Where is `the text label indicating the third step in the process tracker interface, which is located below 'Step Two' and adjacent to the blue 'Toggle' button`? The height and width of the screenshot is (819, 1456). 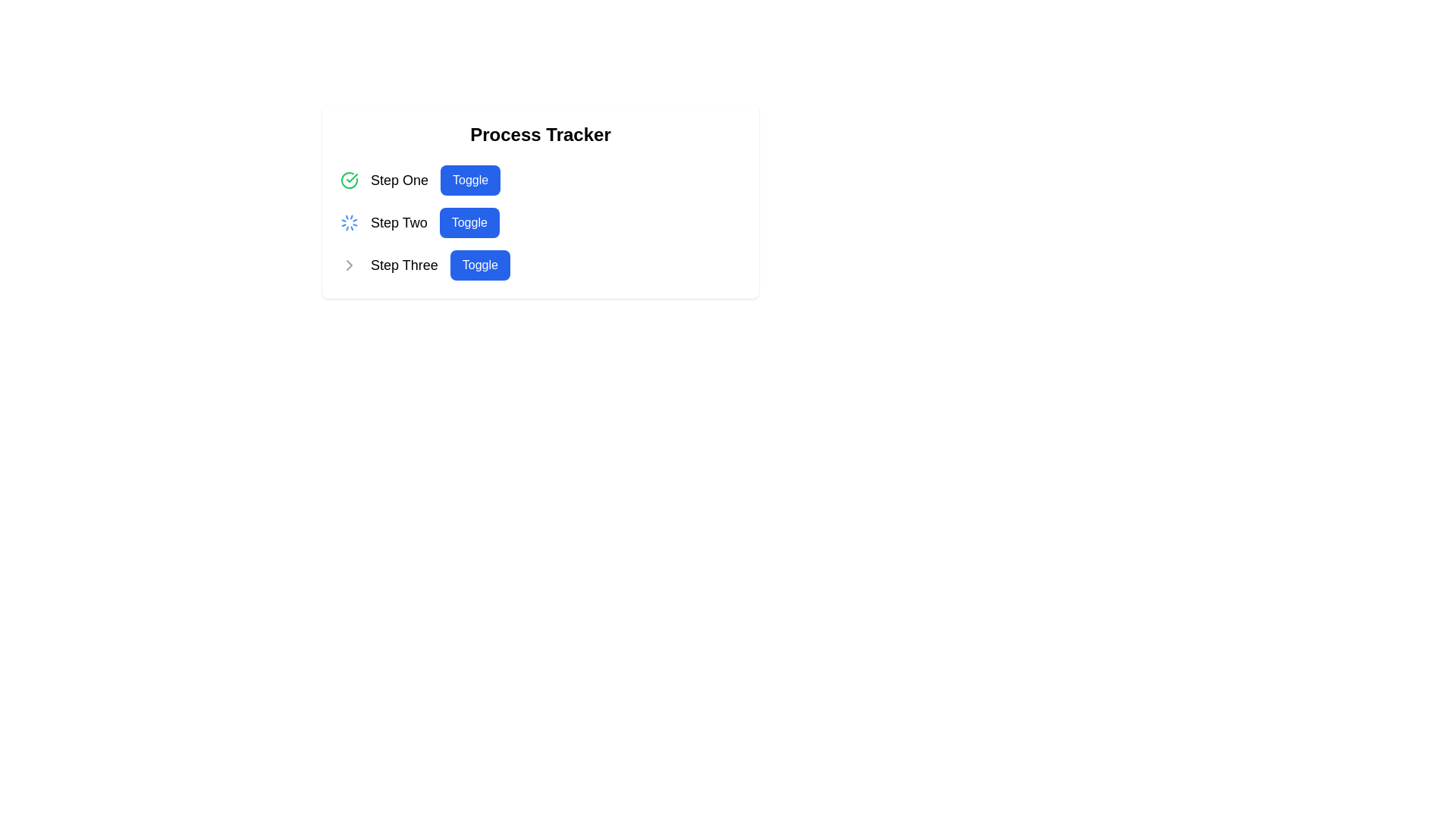 the text label indicating the third step in the process tracker interface, which is located below 'Step Two' and adjacent to the blue 'Toggle' button is located at coordinates (404, 265).